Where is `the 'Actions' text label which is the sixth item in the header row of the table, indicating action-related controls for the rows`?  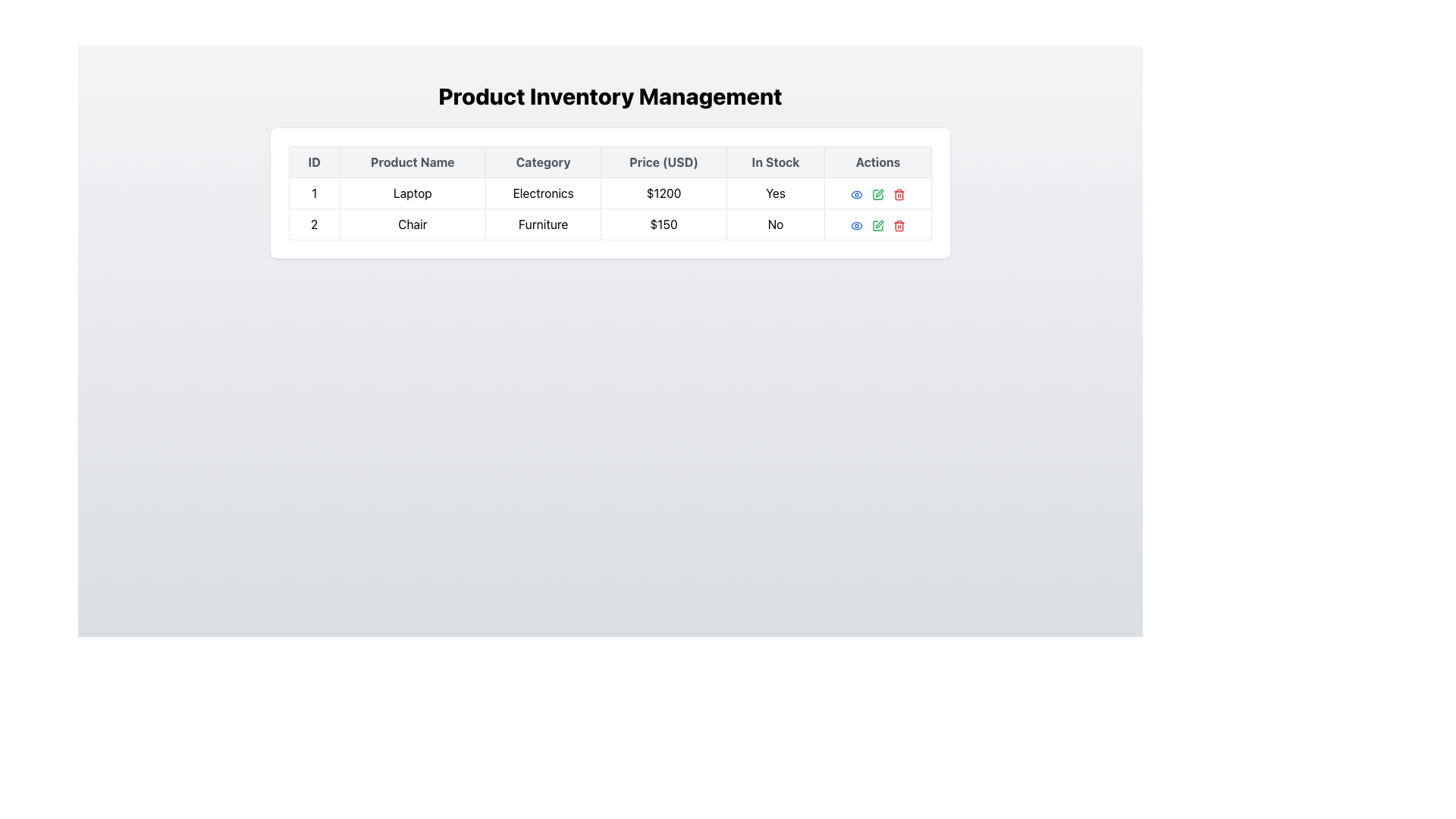
the 'Actions' text label which is the sixth item in the header row of the table, indicating action-related controls for the rows is located at coordinates (877, 162).